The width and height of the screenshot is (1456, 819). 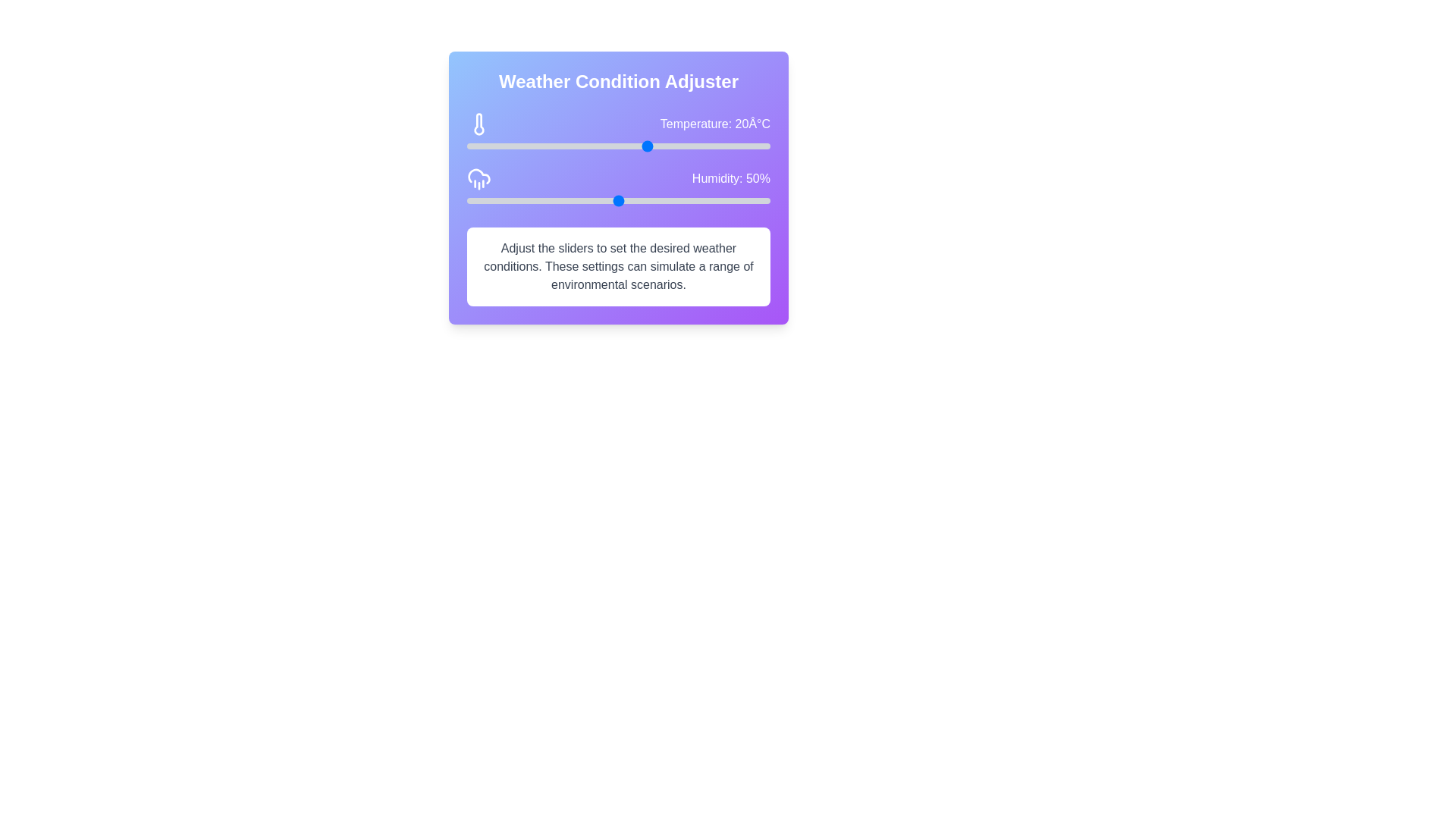 What do you see at coordinates (697, 200) in the screenshot?
I see `the humidity slider to set the value to 76%` at bounding box center [697, 200].